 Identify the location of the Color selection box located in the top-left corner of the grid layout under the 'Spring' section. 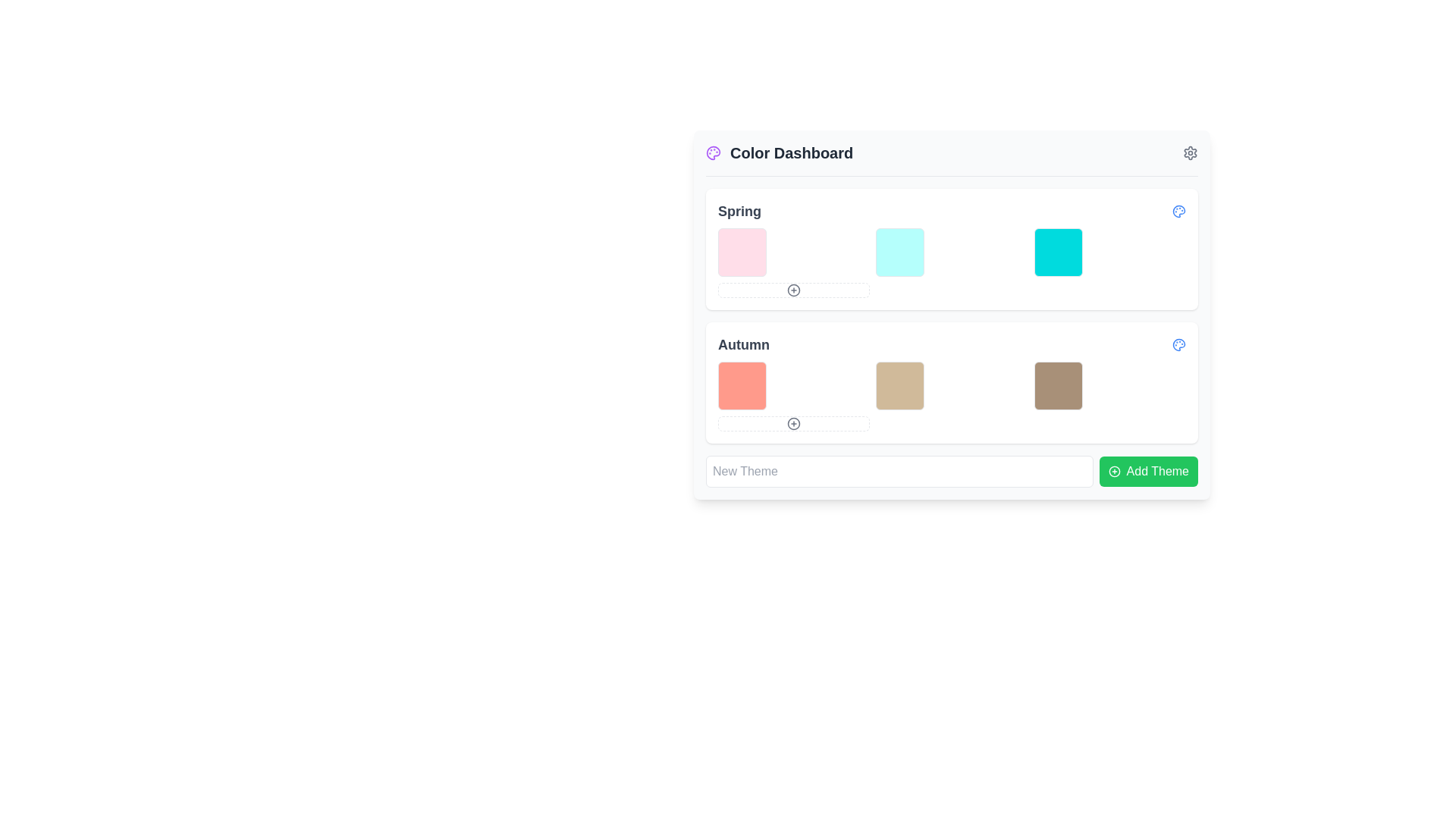
(742, 251).